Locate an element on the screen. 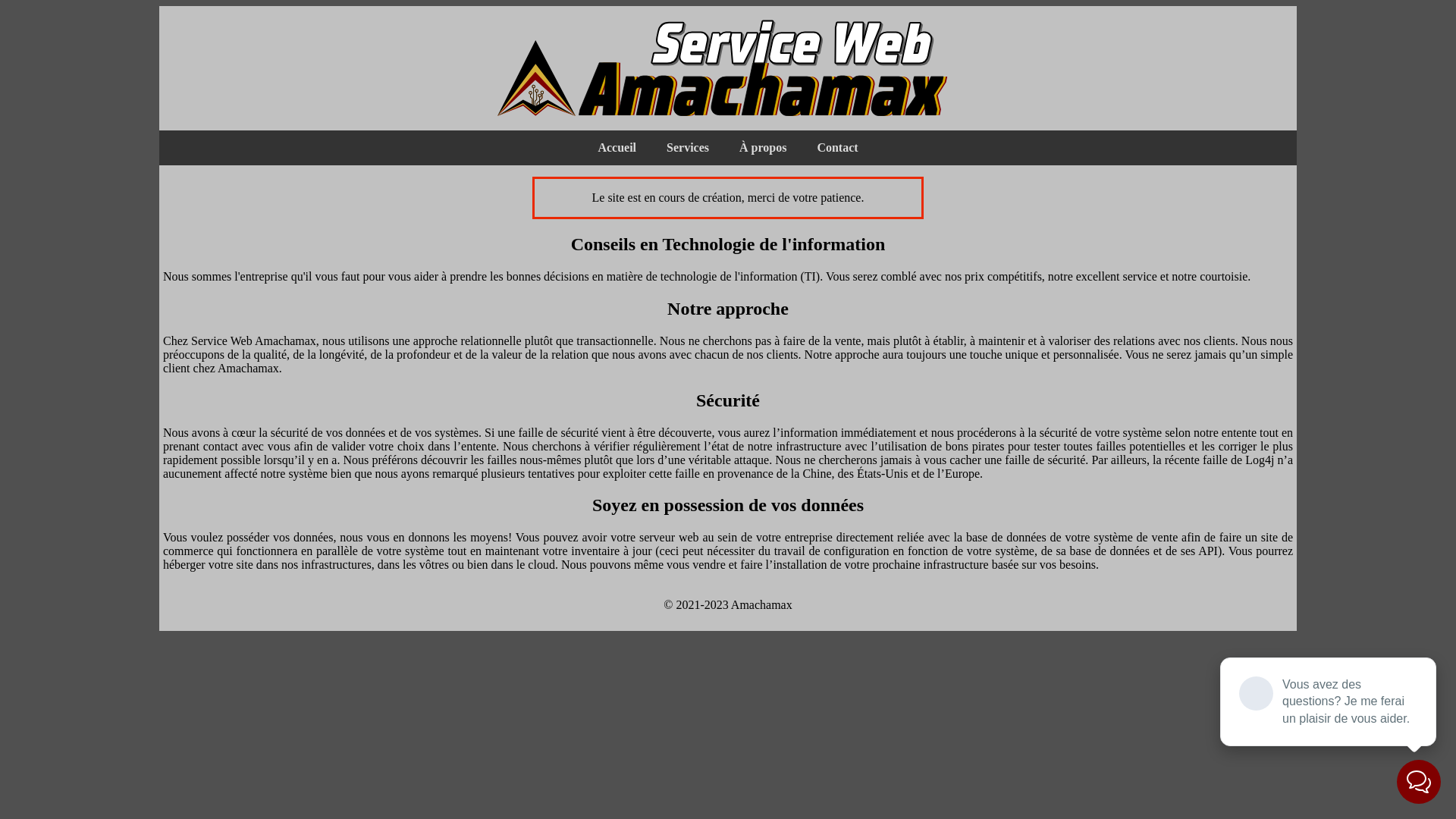  'Accueil' is located at coordinates (617, 148).